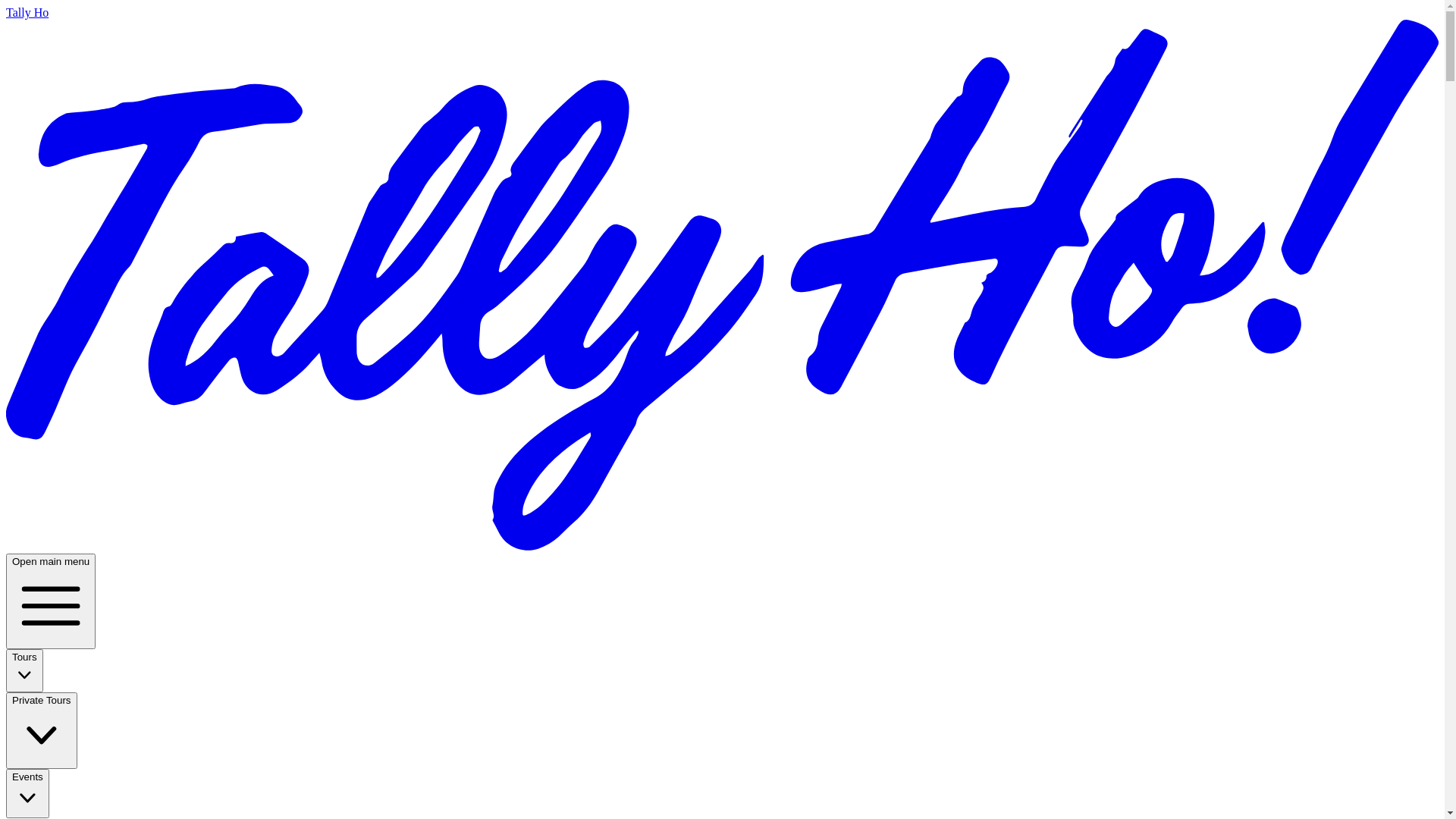  Describe the element at coordinates (24, 670) in the screenshot. I see `'Tours'` at that location.